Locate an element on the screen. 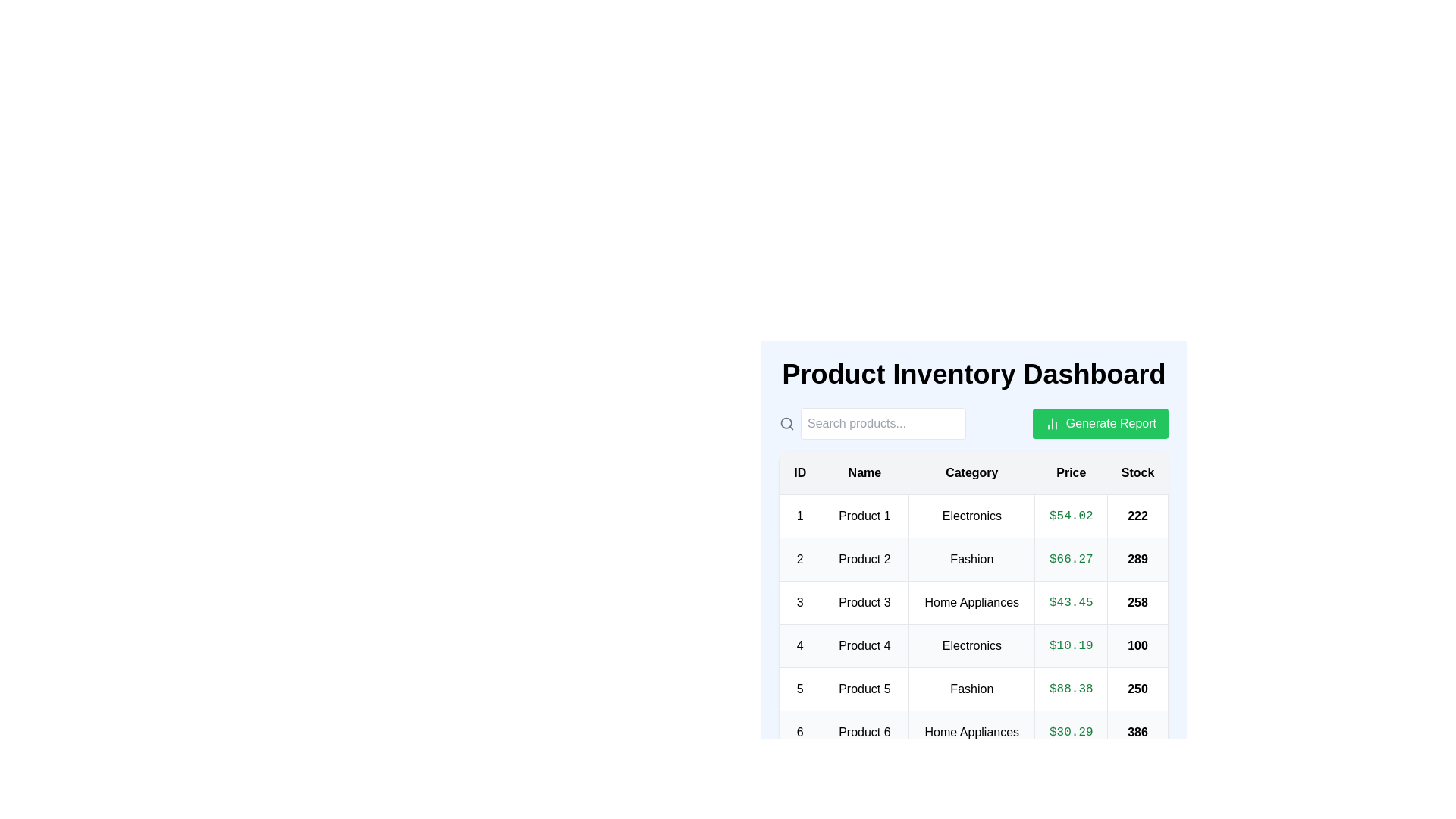 Image resolution: width=1456 pixels, height=819 pixels. the 'Generate Report' button is located at coordinates (1100, 424).